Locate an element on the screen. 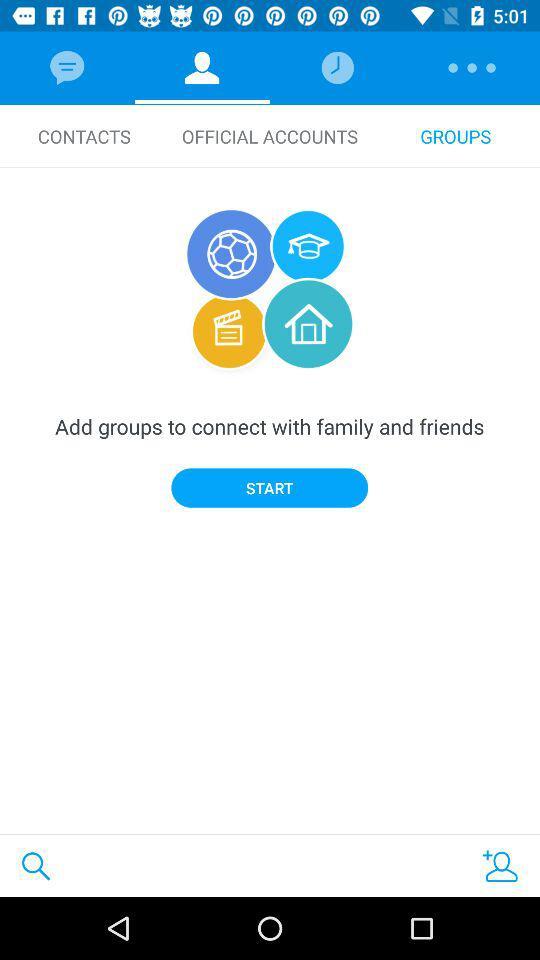 This screenshot has height=960, width=540. the item above add groups to item is located at coordinates (83, 135).